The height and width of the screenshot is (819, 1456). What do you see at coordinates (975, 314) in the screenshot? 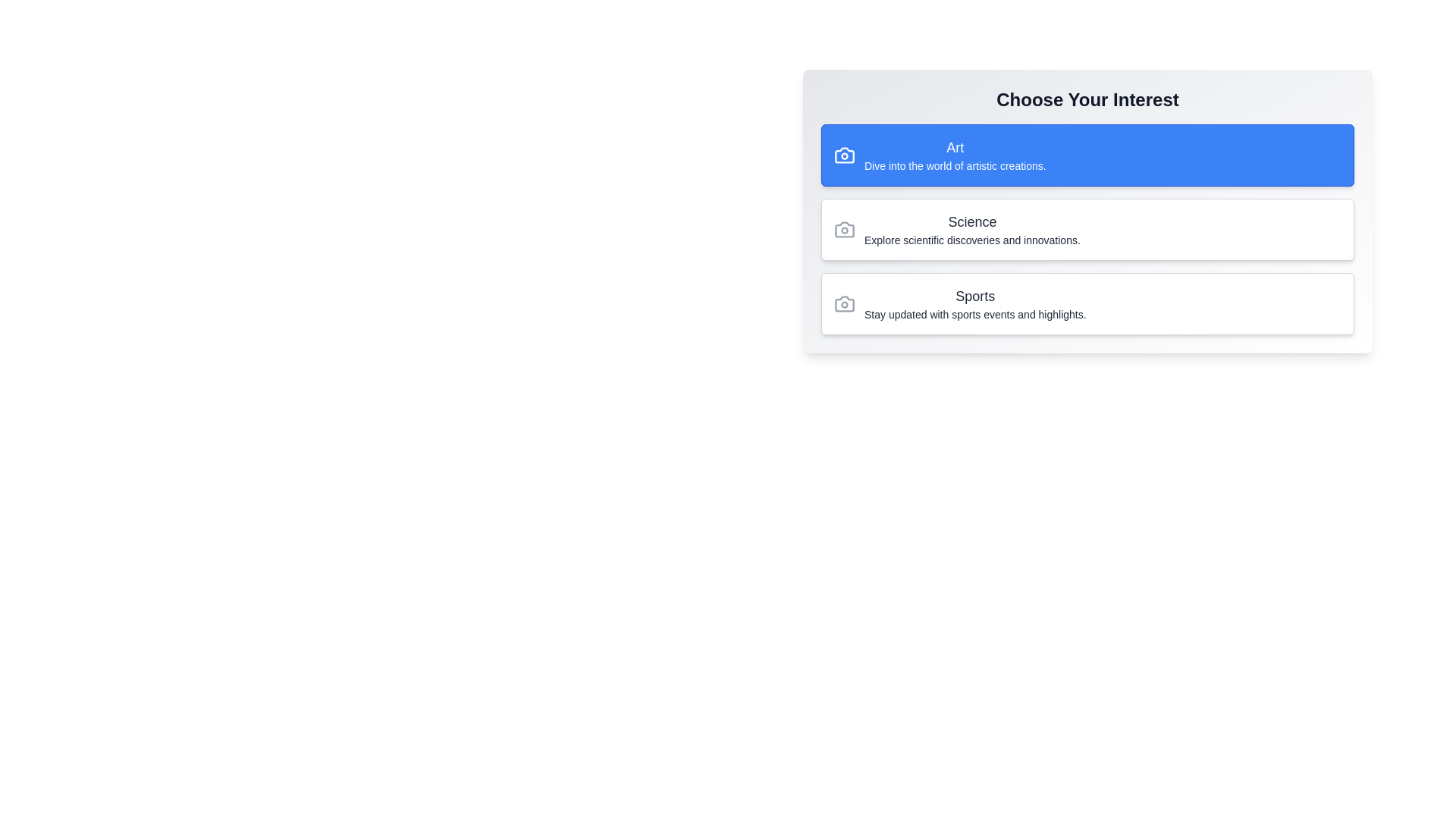
I see `the Informational Text element displaying 'Stay updated with sports events and highlights.' located below the 'Sports' title in the 'Sports' section` at bounding box center [975, 314].